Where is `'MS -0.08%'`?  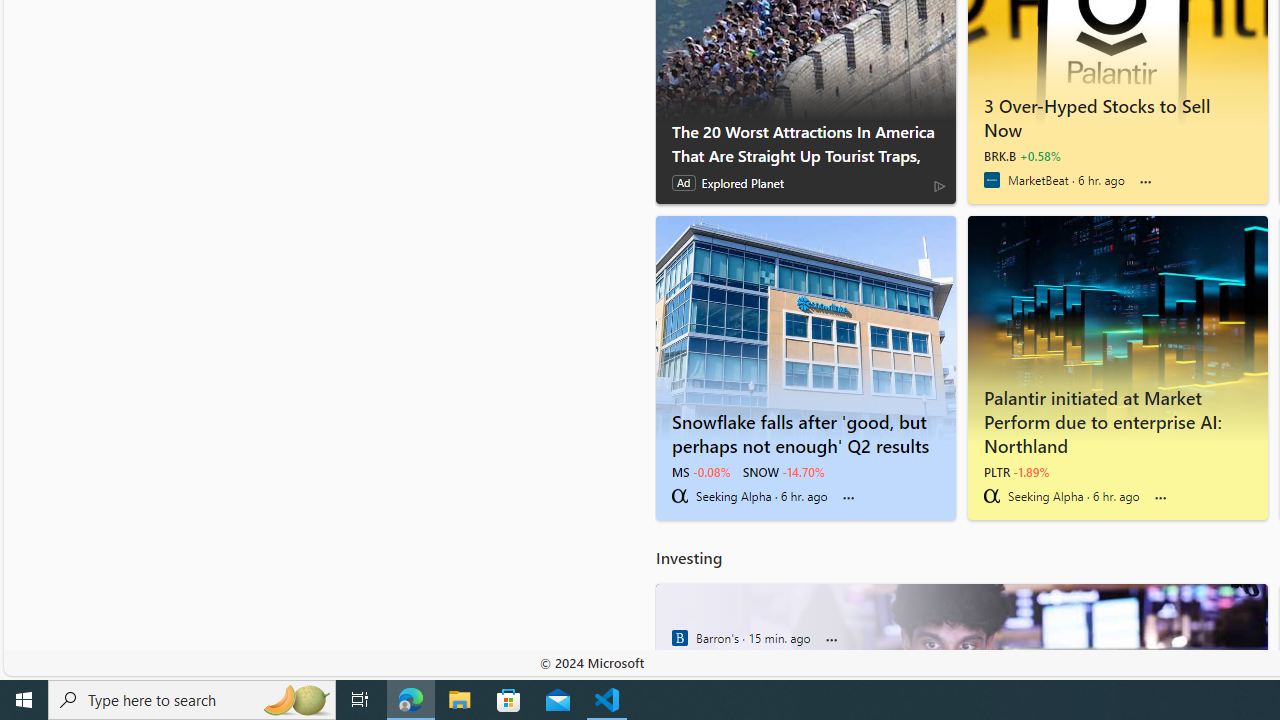 'MS -0.08%' is located at coordinates (700, 471).